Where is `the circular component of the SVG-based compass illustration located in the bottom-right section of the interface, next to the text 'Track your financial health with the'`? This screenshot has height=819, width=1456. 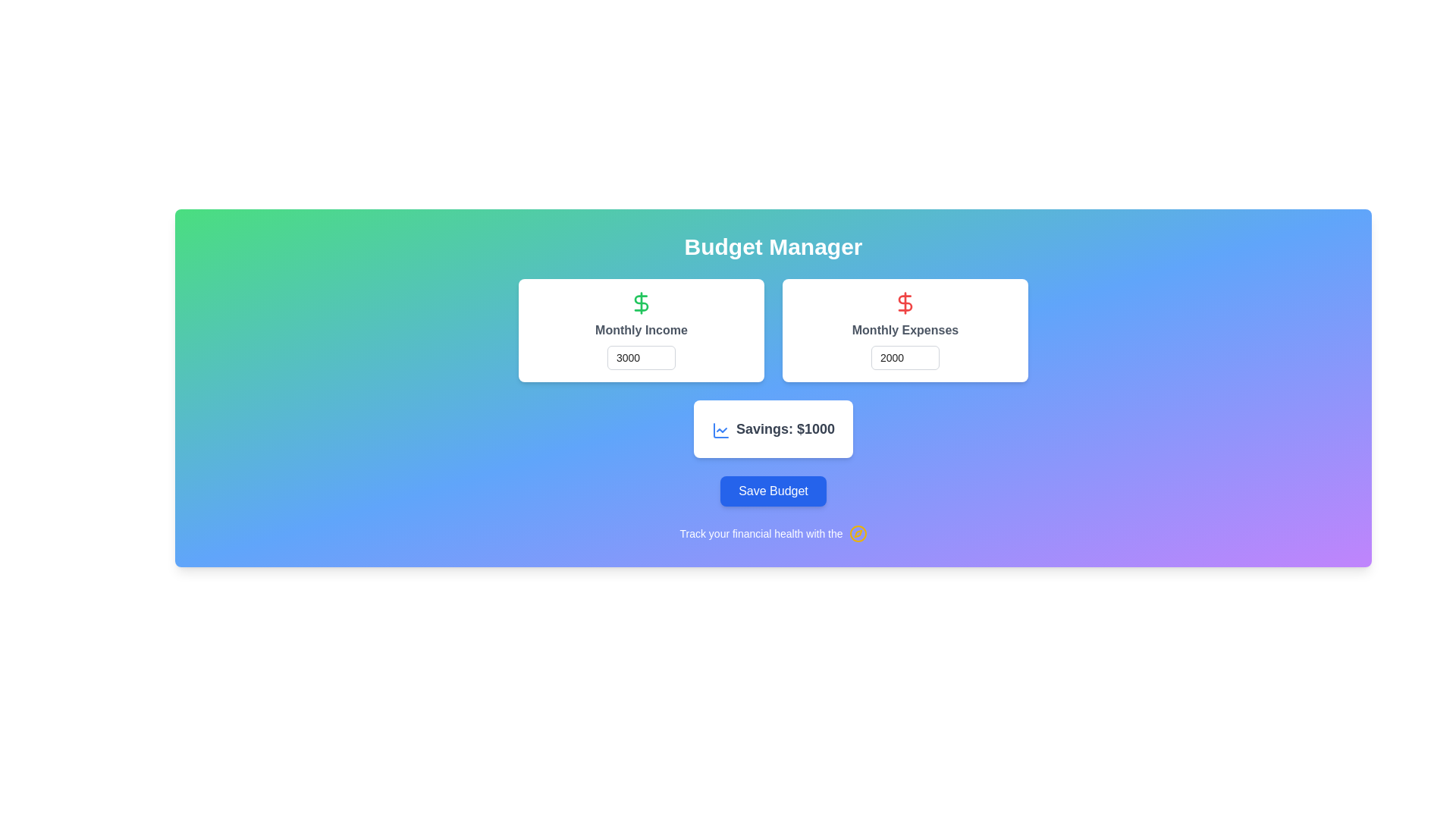
the circular component of the SVG-based compass illustration located in the bottom-right section of the interface, next to the text 'Track your financial health with the' is located at coordinates (858, 533).